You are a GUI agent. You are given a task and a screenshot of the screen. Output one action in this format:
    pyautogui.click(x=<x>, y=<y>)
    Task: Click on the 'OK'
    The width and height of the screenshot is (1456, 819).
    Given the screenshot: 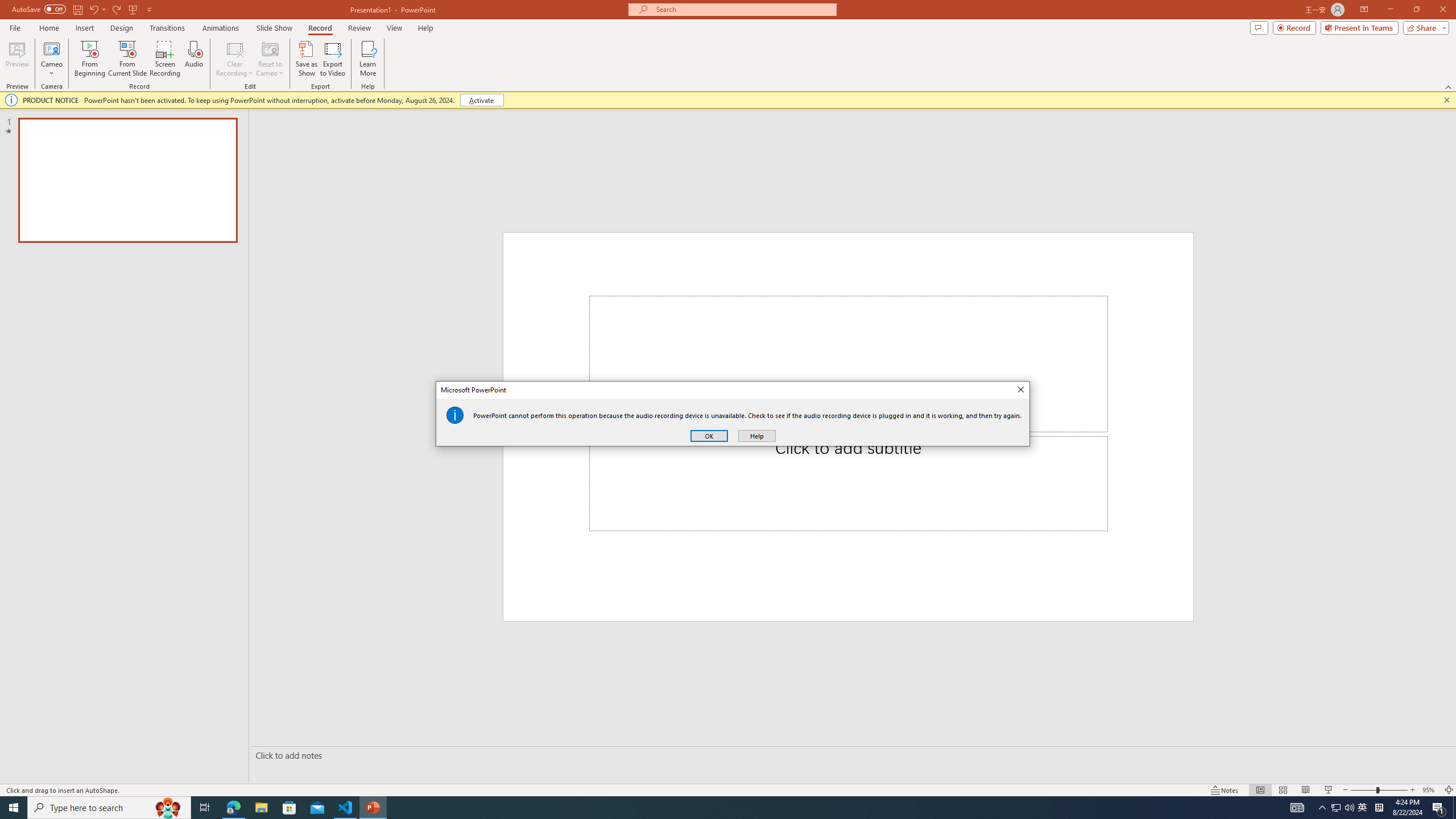 What is the action you would take?
    pyautogui.click(x=709, y=435)
    